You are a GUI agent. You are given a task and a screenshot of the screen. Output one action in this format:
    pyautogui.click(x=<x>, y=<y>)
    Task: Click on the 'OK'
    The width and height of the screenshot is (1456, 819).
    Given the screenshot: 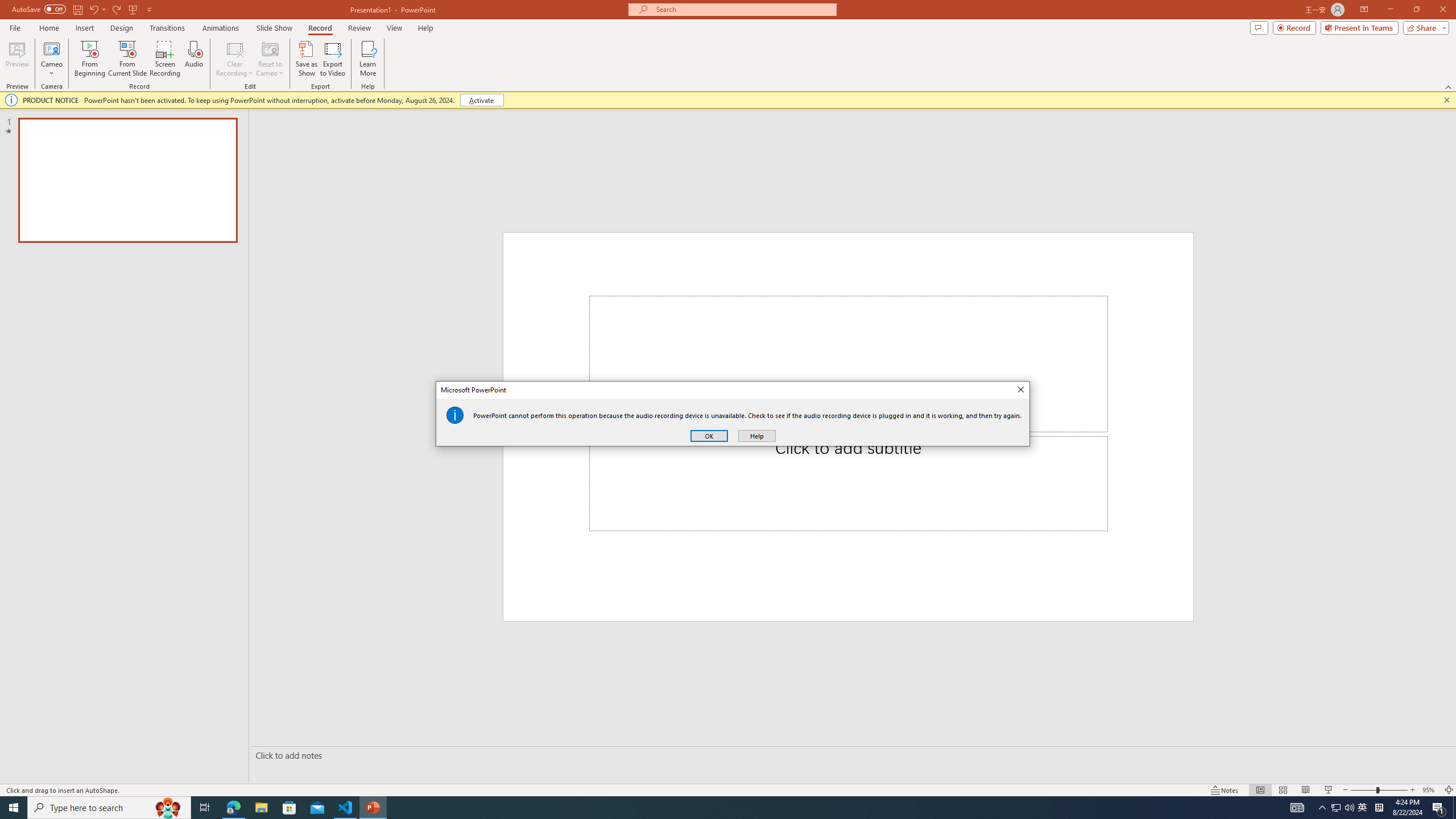 What is the action you would take?
    pyautogui.click(x=709, y=435)
    